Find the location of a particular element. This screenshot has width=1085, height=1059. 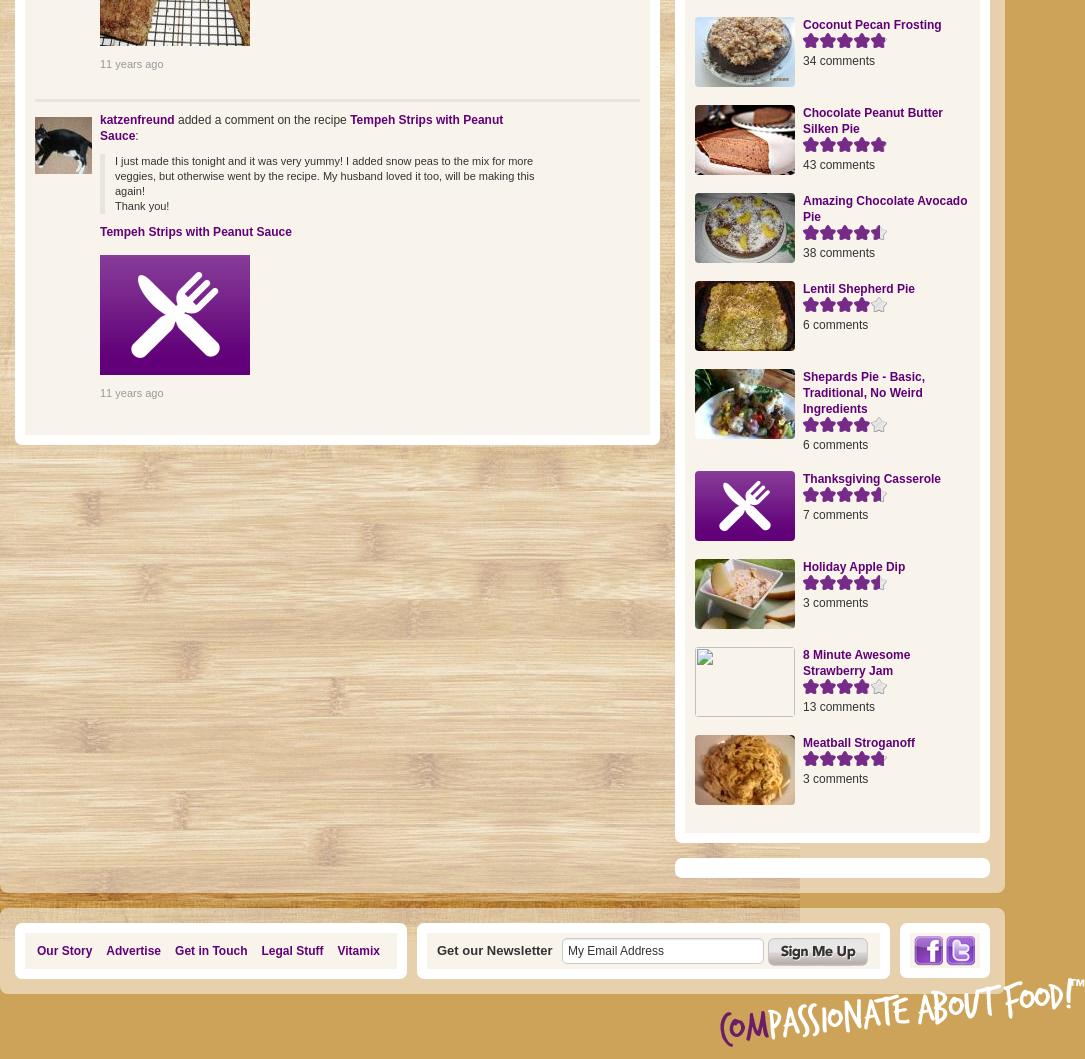

'Holiday Apple Dip' is located at coordinates (853, 565).